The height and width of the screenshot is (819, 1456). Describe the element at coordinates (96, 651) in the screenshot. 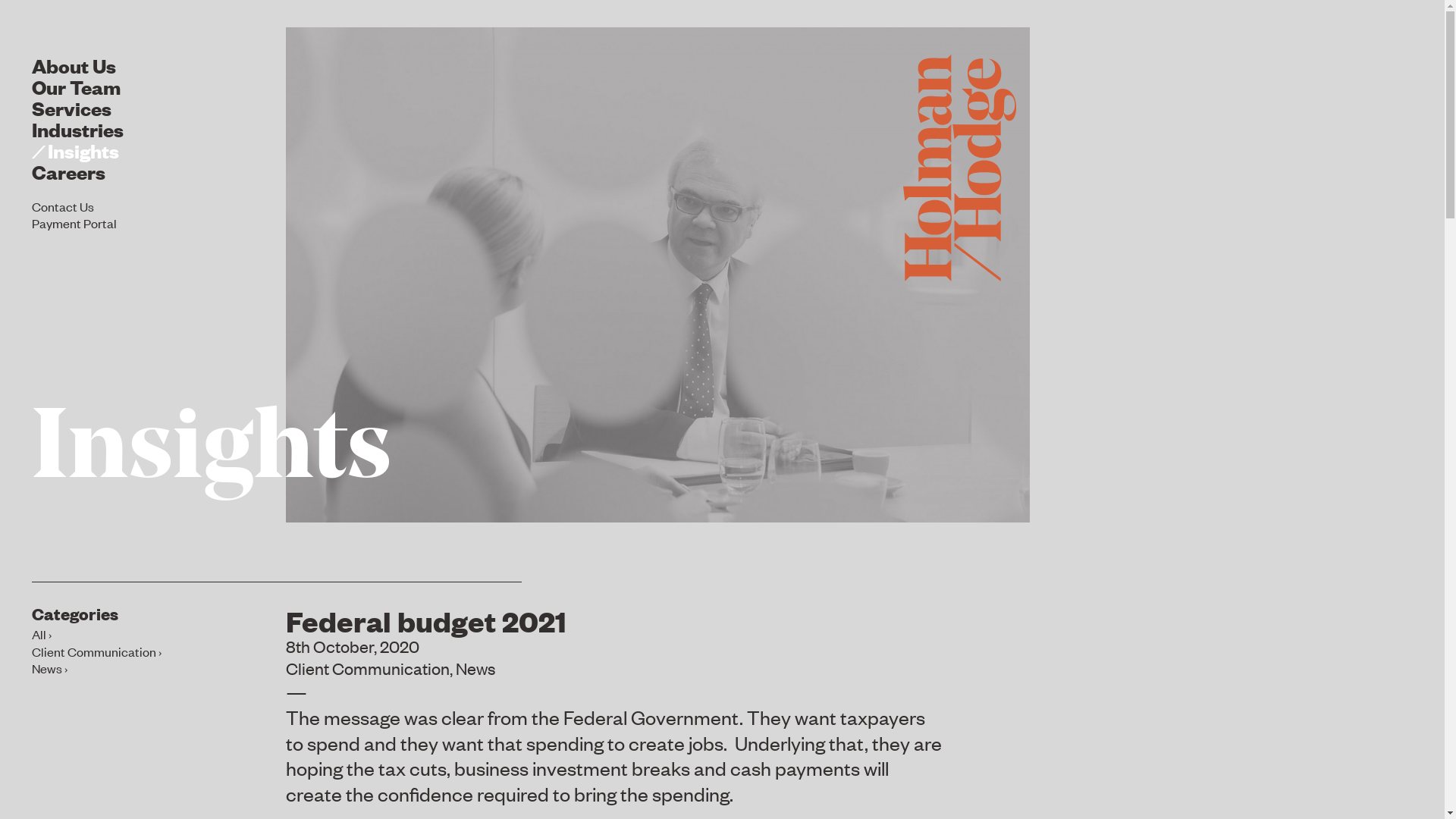

I see `'Client Communication'` at that location.